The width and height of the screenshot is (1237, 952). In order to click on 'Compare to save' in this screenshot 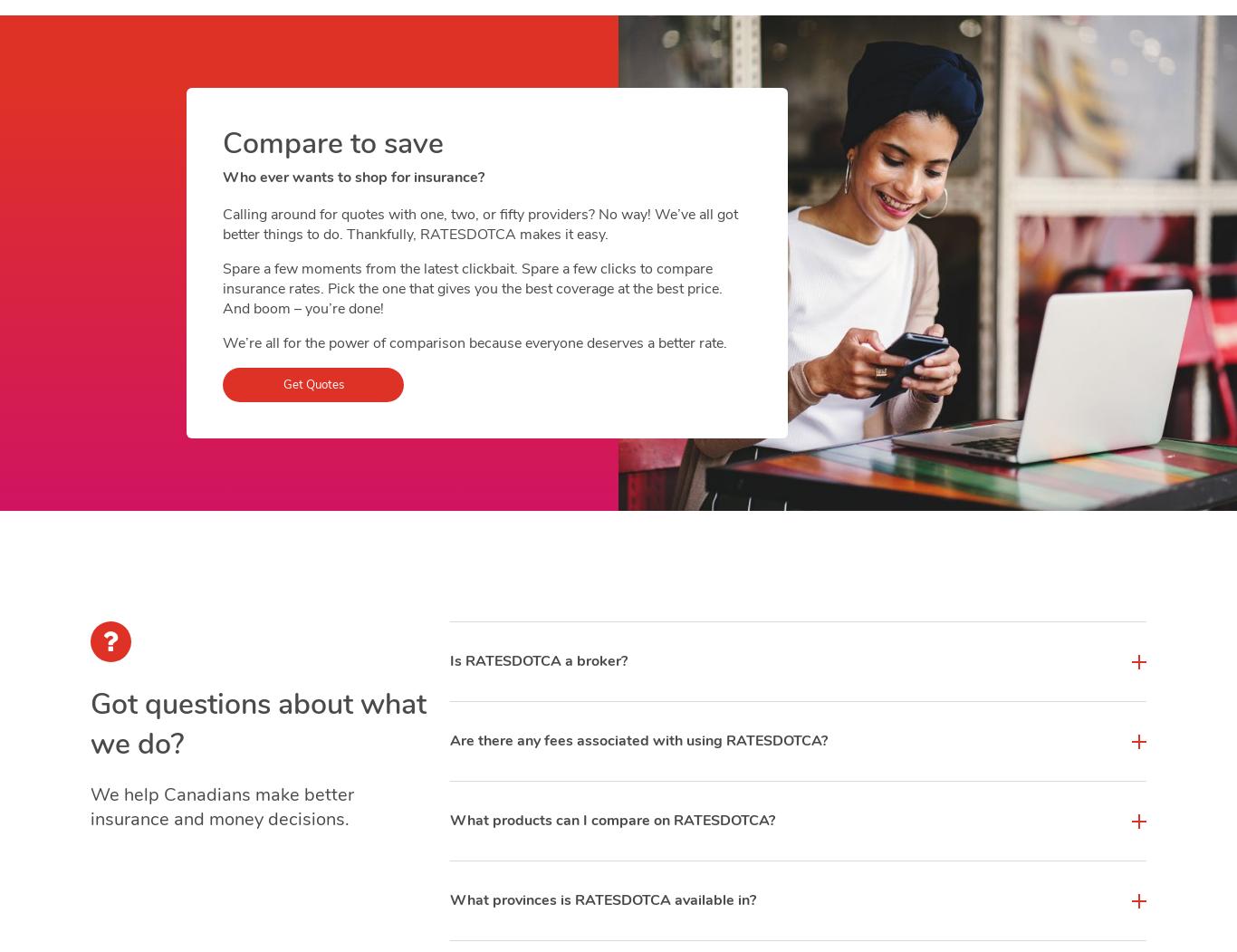, I will do `click(223, 142)`.